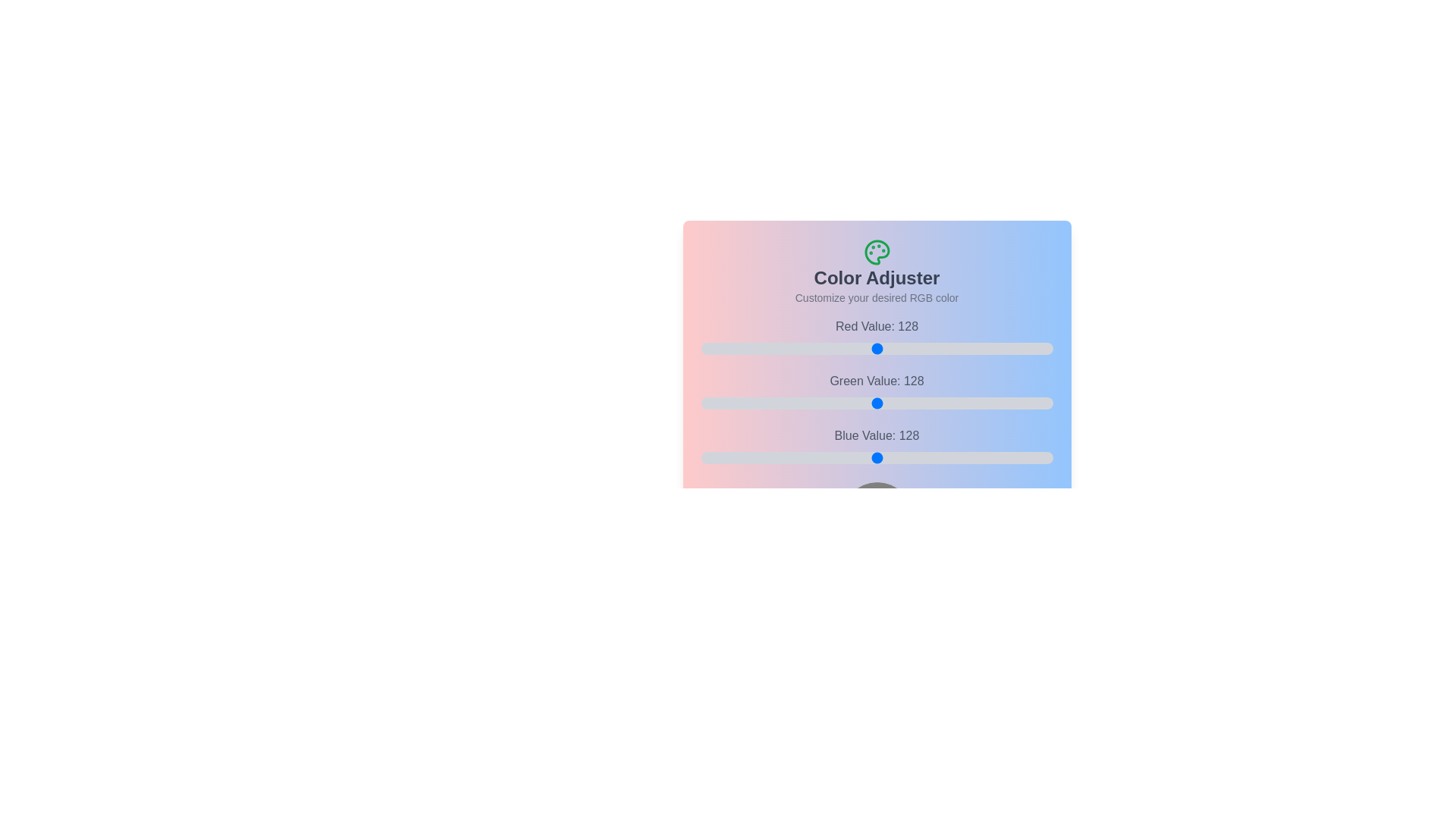  What do you see at coordinates (929, 348) in the screenshot?
I see `the 0 slider to 77` at bounding box center [929, 348].